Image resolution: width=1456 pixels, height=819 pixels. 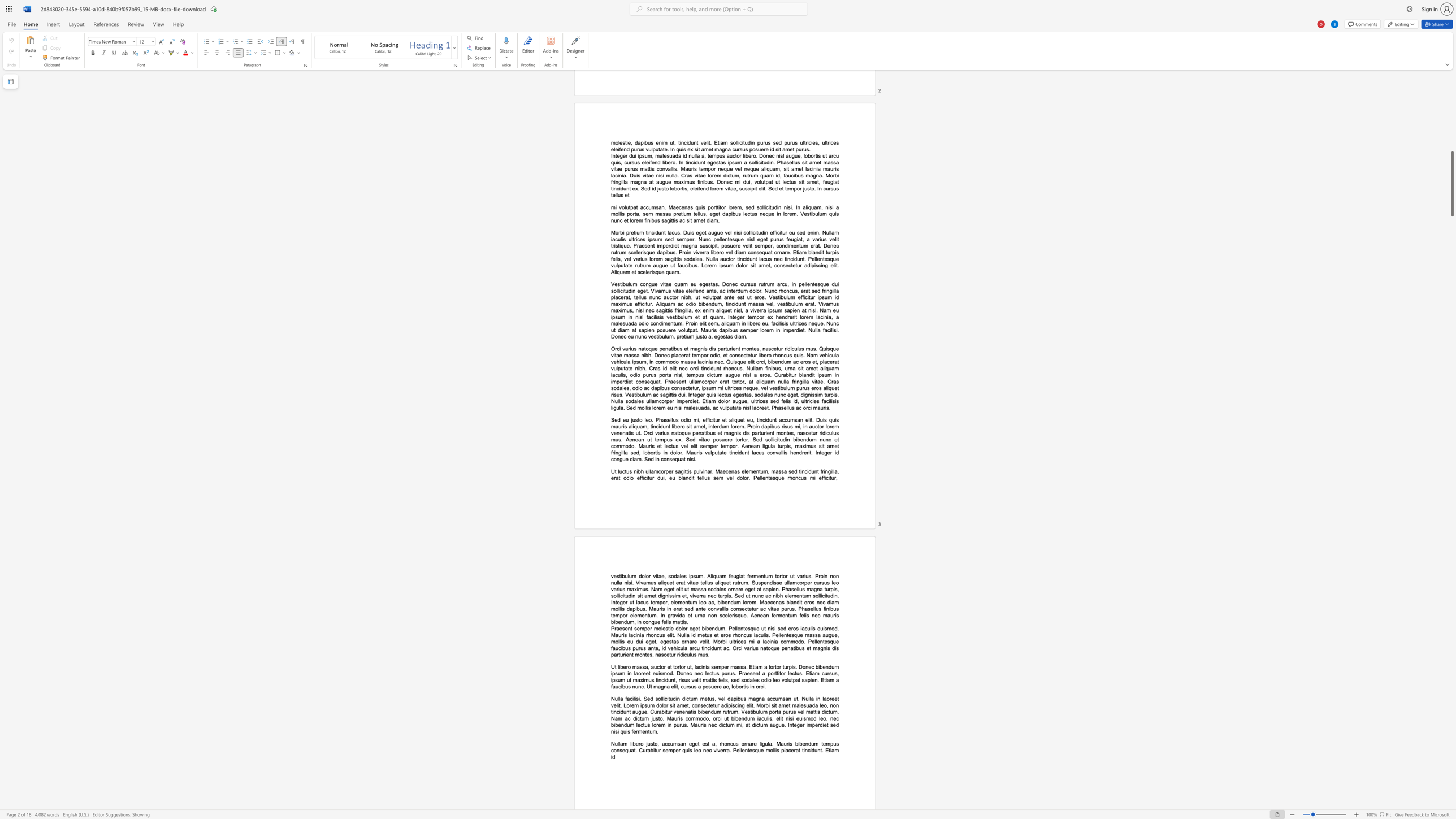 What do you see at coordinates (809, 635) in the screenshot?
I see `the subset text "assa augue, mollis eu dui eget, egestas ornare velit. Morbi ultrices mi a lacini" within the text "Praesent semper molestie dolor eget bibendum. Pellentesque ut nisi sed eros iaculis euismod. Mauris lacinia rhoncus elit. Nulla id metus et eros rhoncus iaculis. Pellentesque massa augue, mollis eu dui eget, egestas ornare velit. Morbi ultrices mi a lacinia commodo. Pellentesque faucibus purus ante, id vehicula arcu tincidunt ac. Orci varius natoque penatibus et magnis dis parturient montes, nascetur ridiculus mus."` at bounding box center [809, 635].